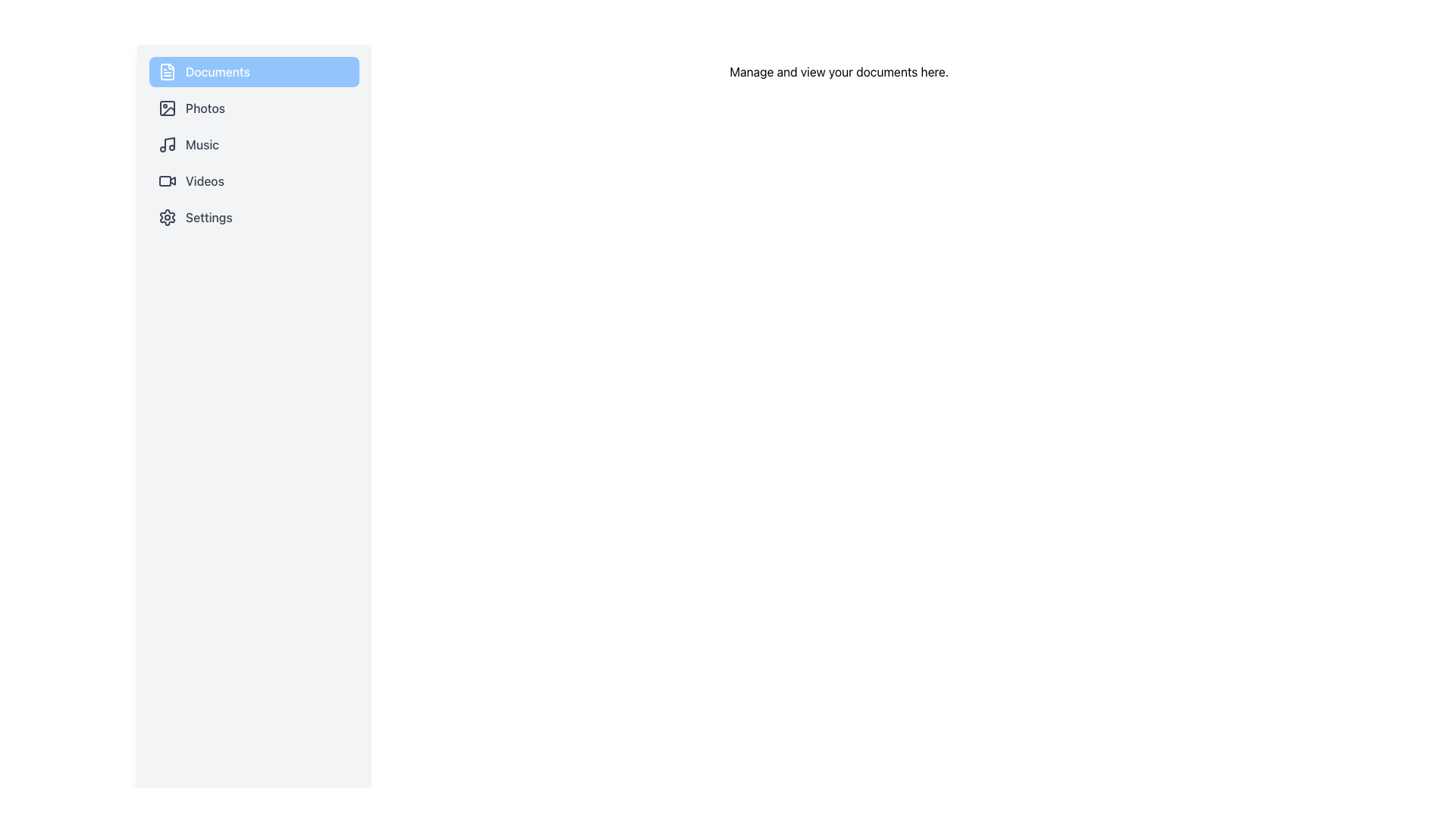 The height and width of the screenshot is (819, 1456). Describe the element at coordinates (254, 145) in the screenshot. I see `the menu item labeled 'Music' in the vertical menu on the left side of the interface` at that location.